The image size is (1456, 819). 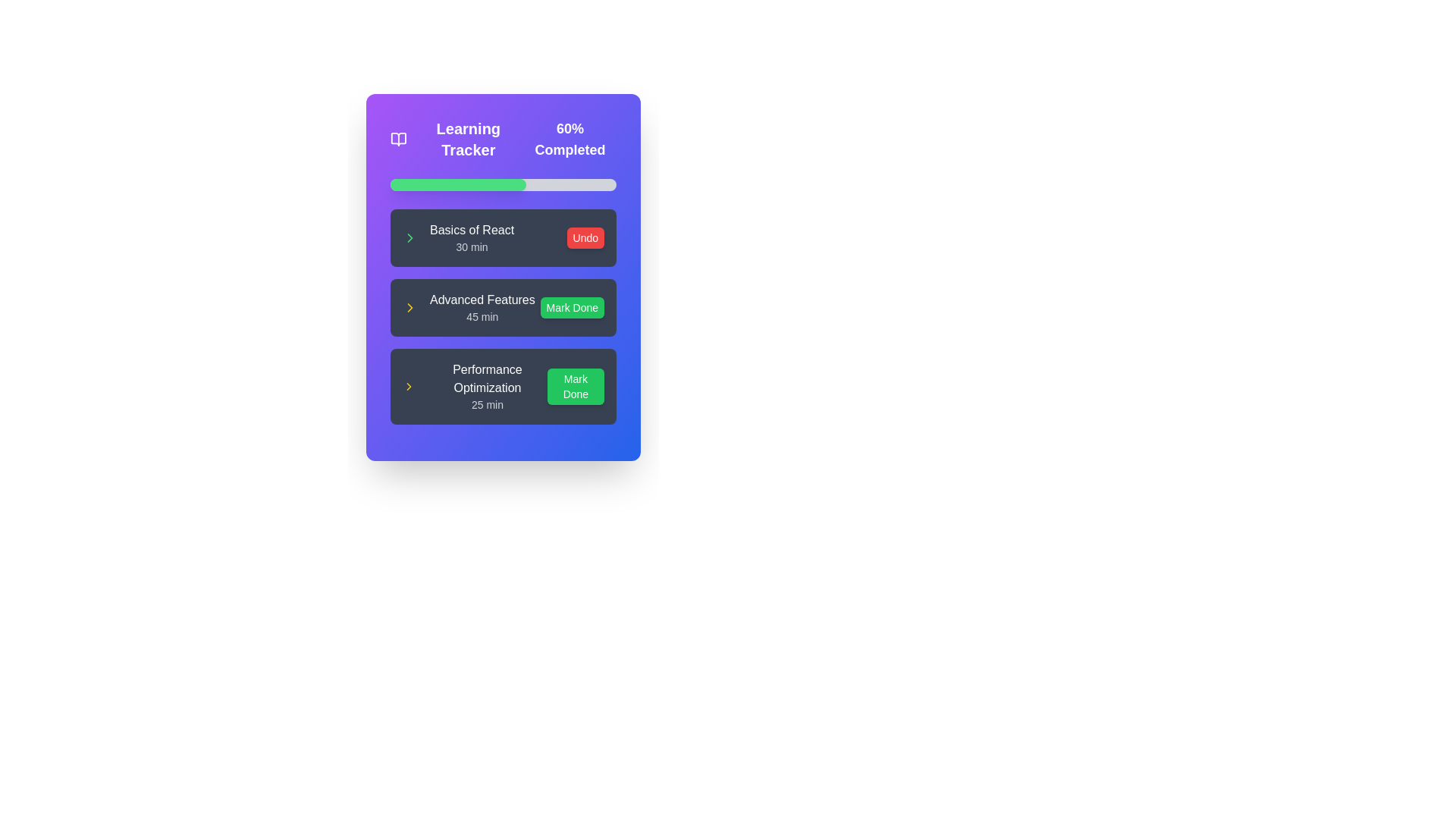 What do you see at coordinates (482, 315) in the screenshot?
I see `the text label displaying '45 min', which is located below the 'Advanced Features' header in a dark panel` at bounding box center [482, 315].